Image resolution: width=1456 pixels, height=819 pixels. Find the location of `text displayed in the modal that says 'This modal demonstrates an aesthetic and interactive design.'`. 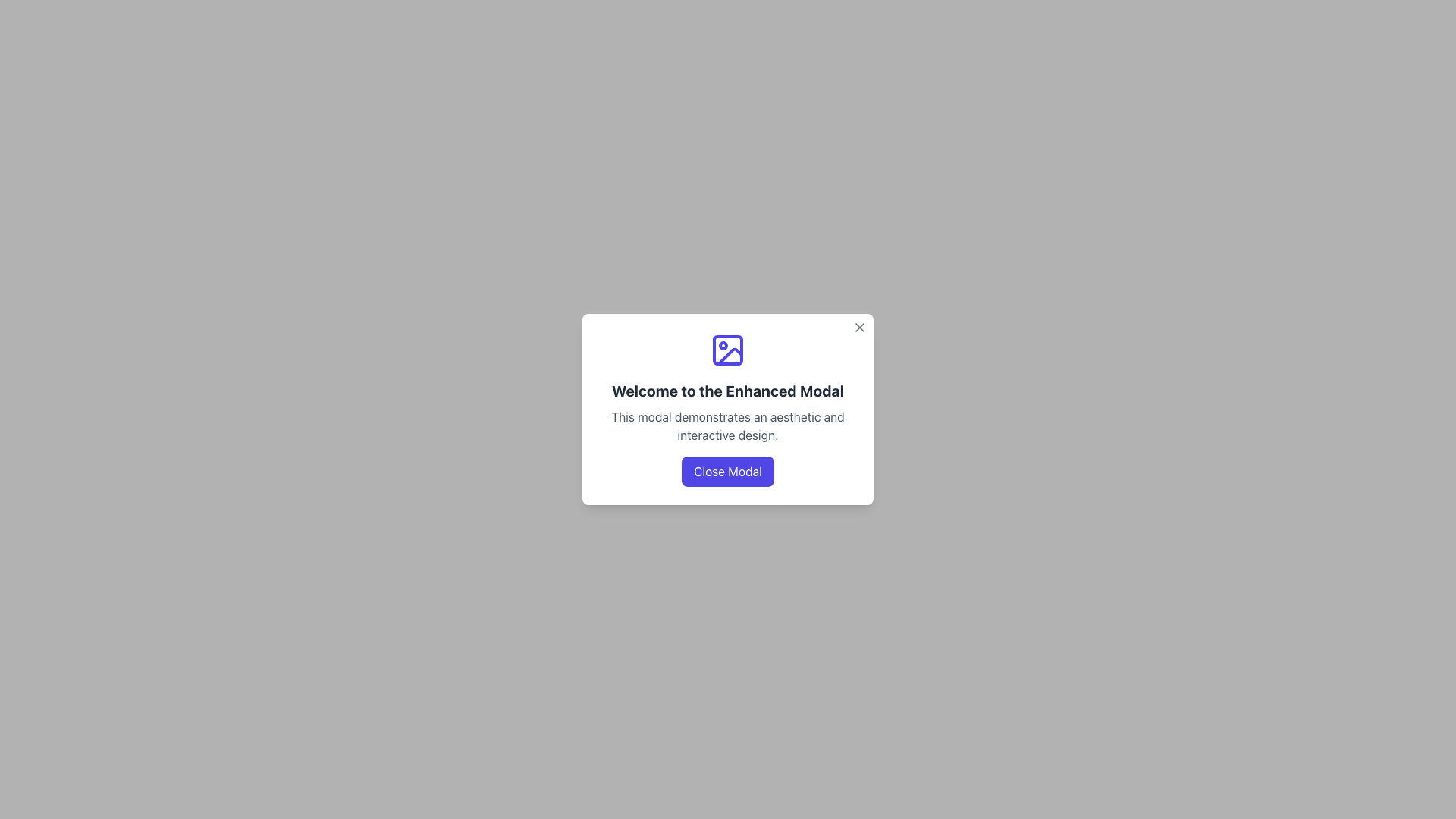

text displayed in the modal that says 'This modal demonstrates an aesthetic and interactive design.' is located at coordinates (728, 426).